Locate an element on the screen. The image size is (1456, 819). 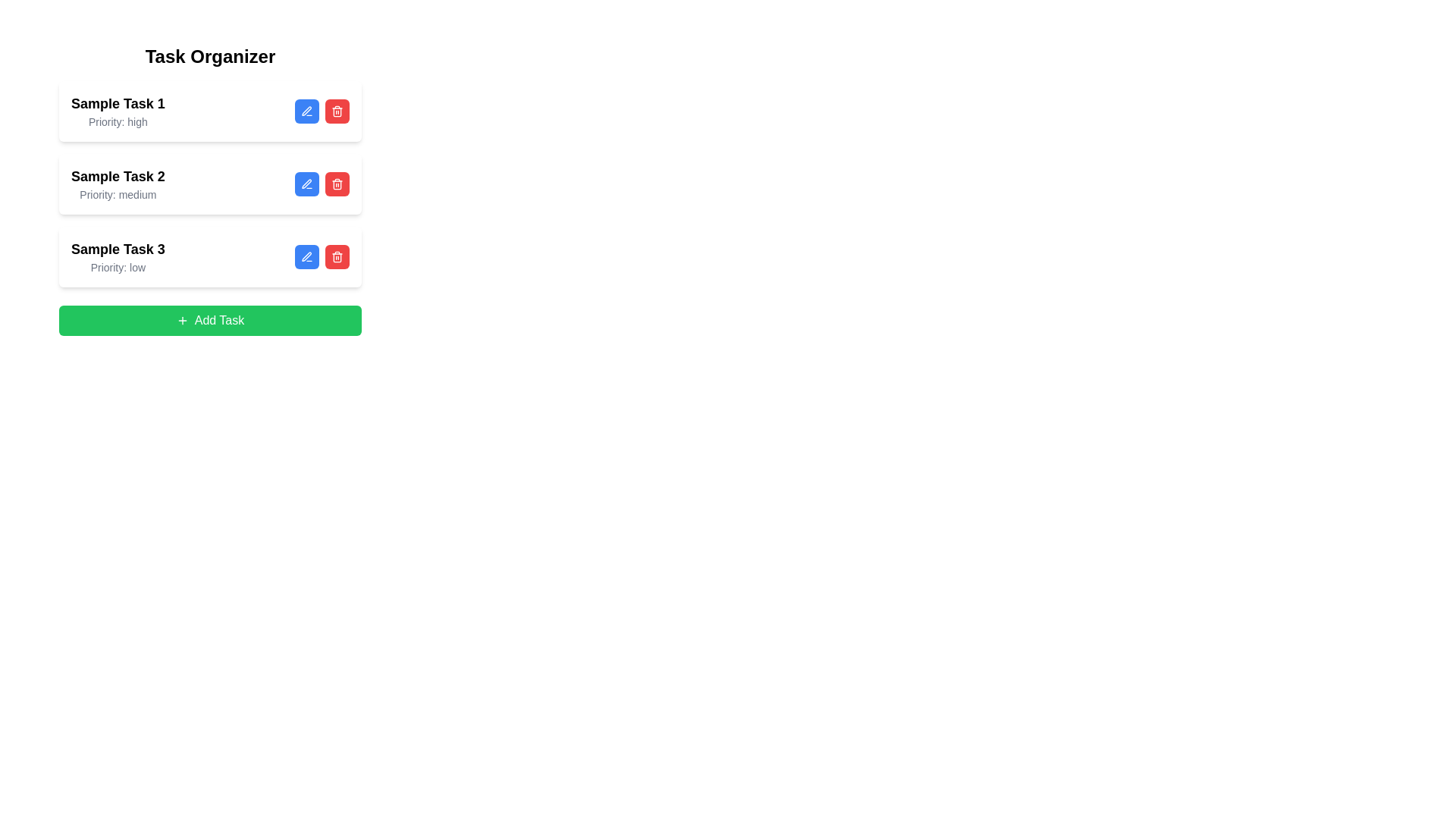
the text label displaying 'Priority: high', which is located directly beneath 'Sample Task 1' in the task organizer interface is located at coordinates (117, 121).